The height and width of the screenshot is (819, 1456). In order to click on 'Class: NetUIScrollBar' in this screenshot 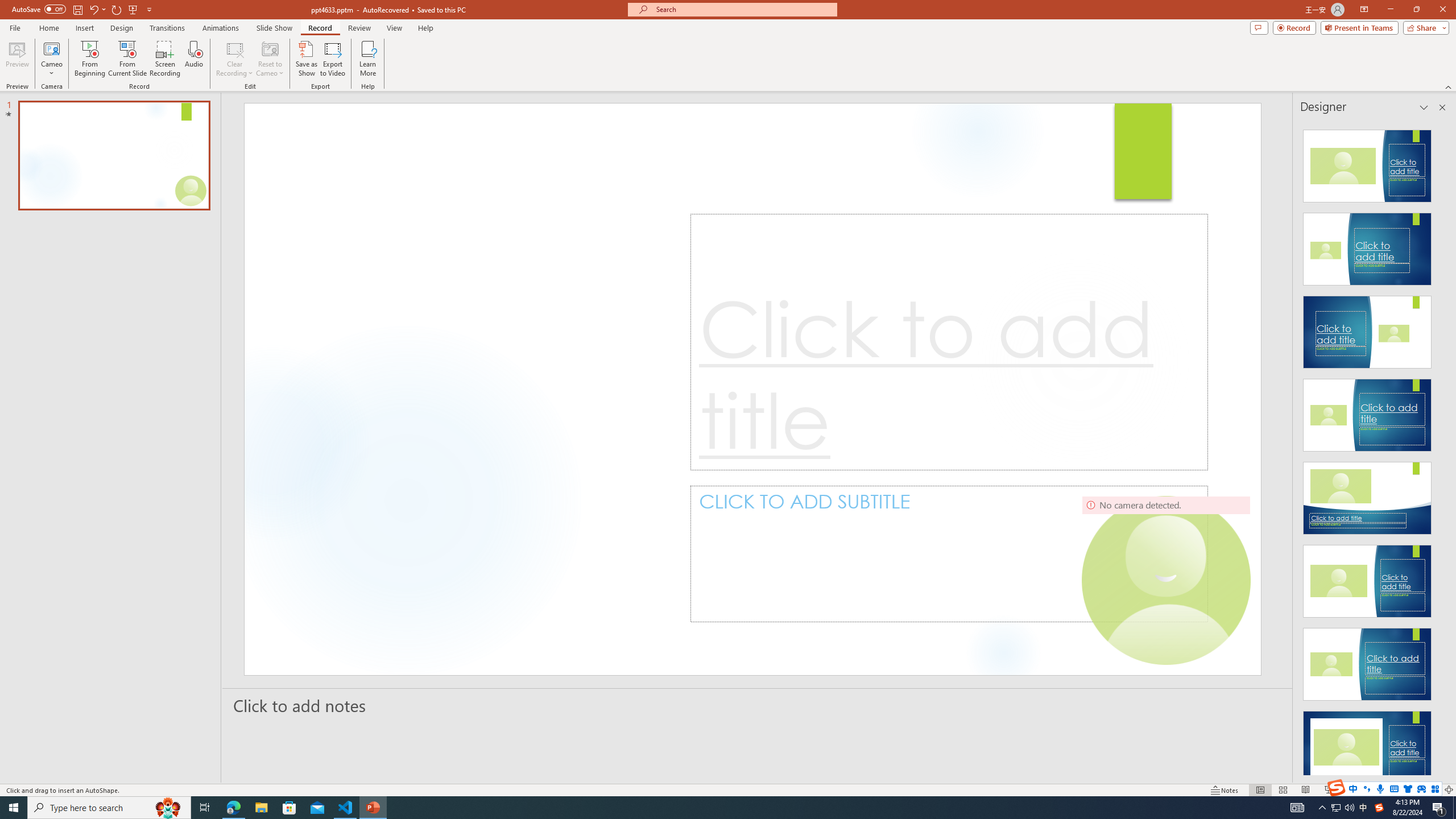, I will do `click(1441, 447)`.